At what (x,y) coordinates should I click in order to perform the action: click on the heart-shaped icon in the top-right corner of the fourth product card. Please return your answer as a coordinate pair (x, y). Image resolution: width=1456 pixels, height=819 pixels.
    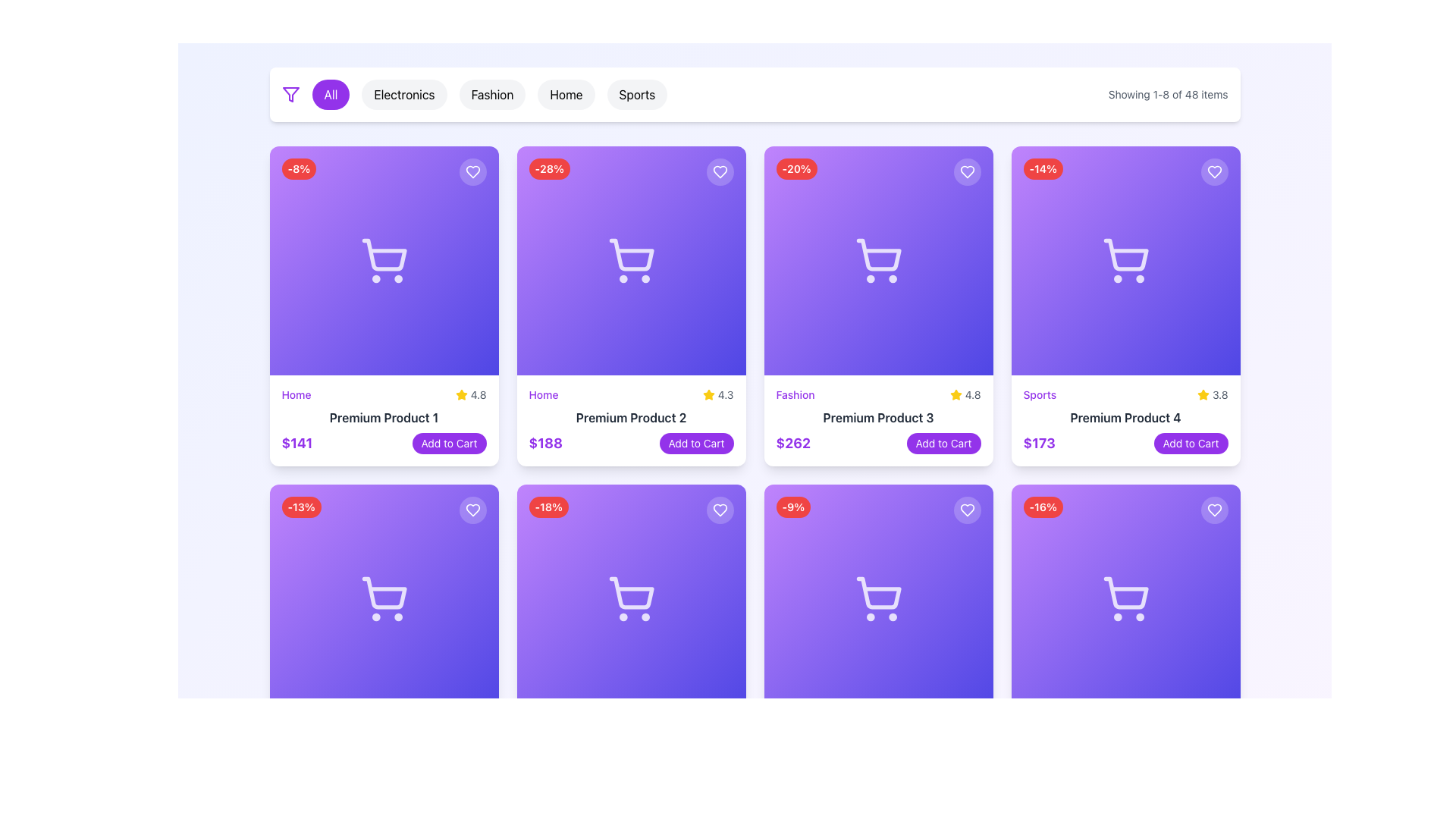
    Looking at the image, I should click on (1214, 171).